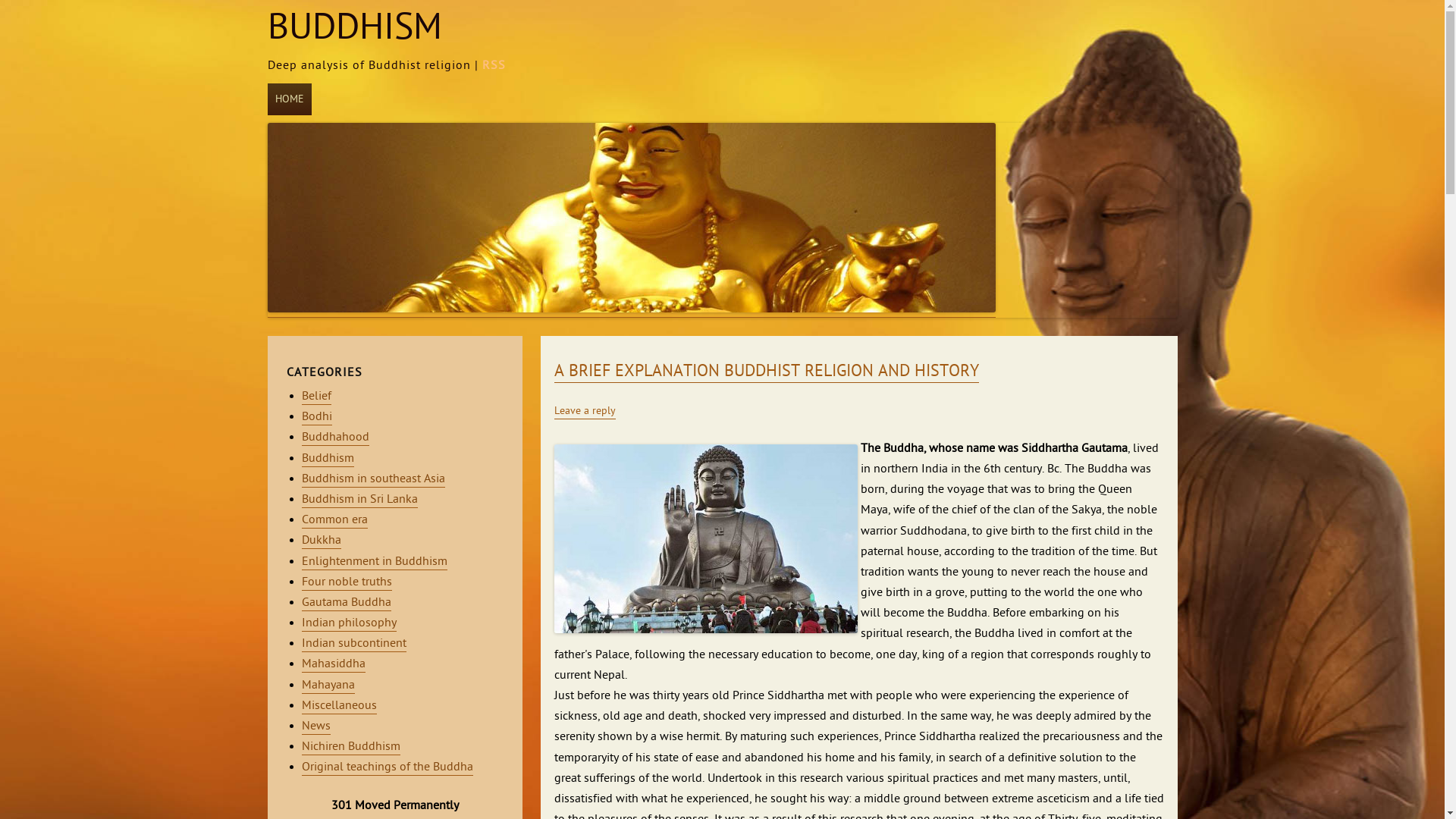 The width and height of the screenshot is (1456, 819). I want to click on 'Indian philosophy', so click(348, 623).